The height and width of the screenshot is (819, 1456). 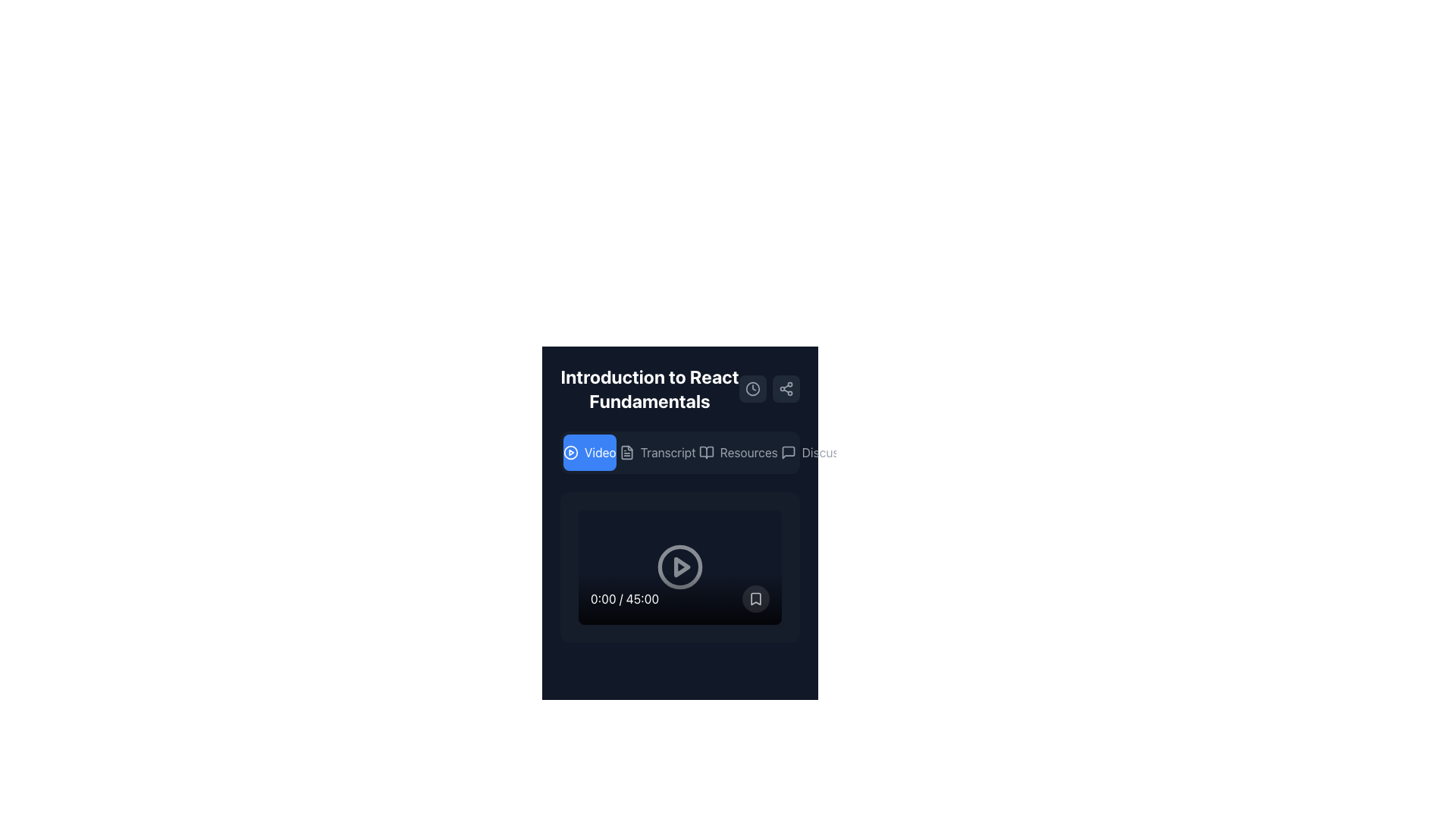 What do you see at coordinates (756, 598) in the screenshot?
I see `the Bookmark Icon button located in the bottom right corner of the video thumbnail to bookmark the content` at bounding box center [756, 598].